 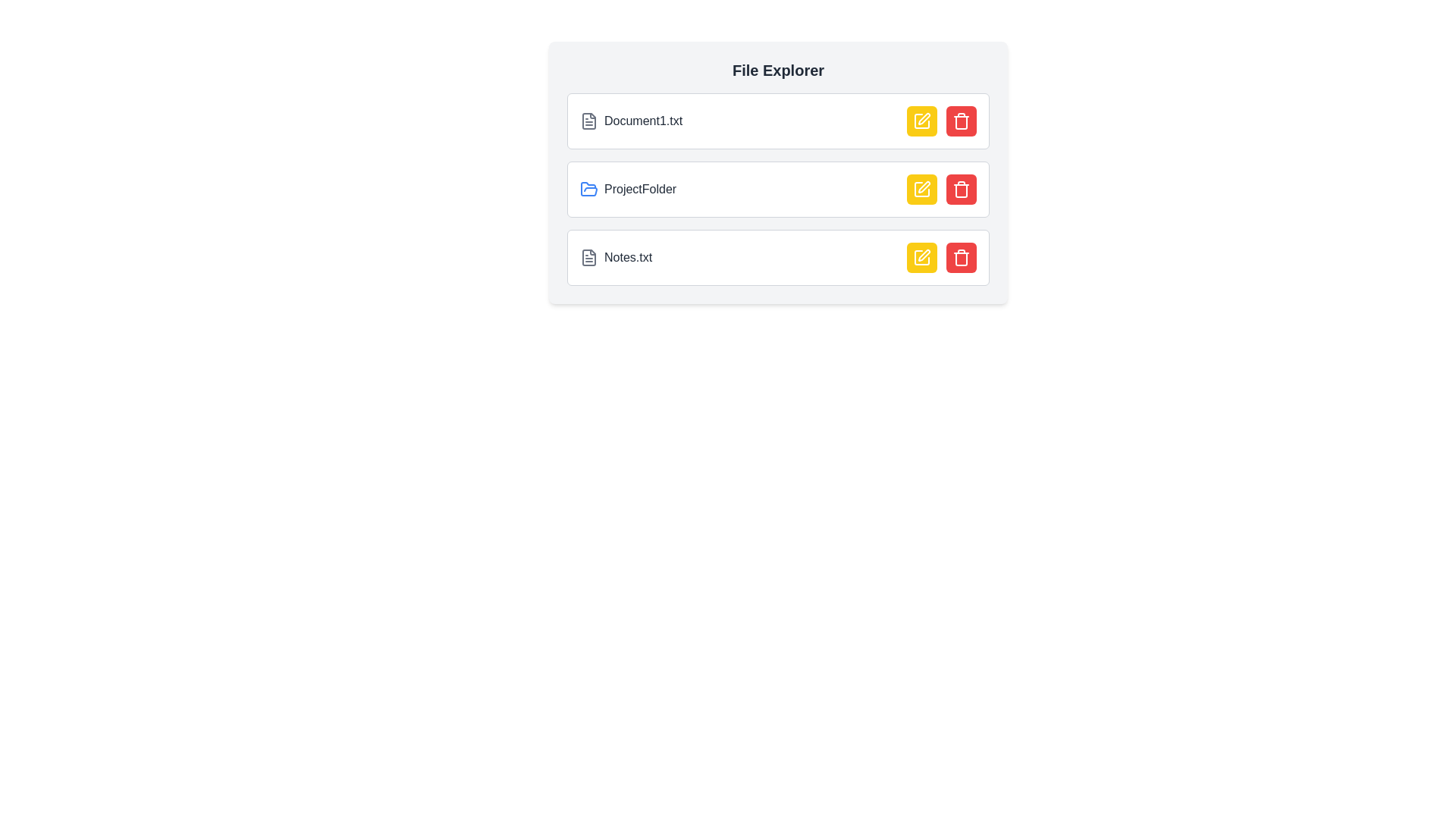 What do you see at coordinates (643, 120) in the screenshot?
I see `the text label 'Document1.txt' located beside the file icon` at bounding box center [643, 120].